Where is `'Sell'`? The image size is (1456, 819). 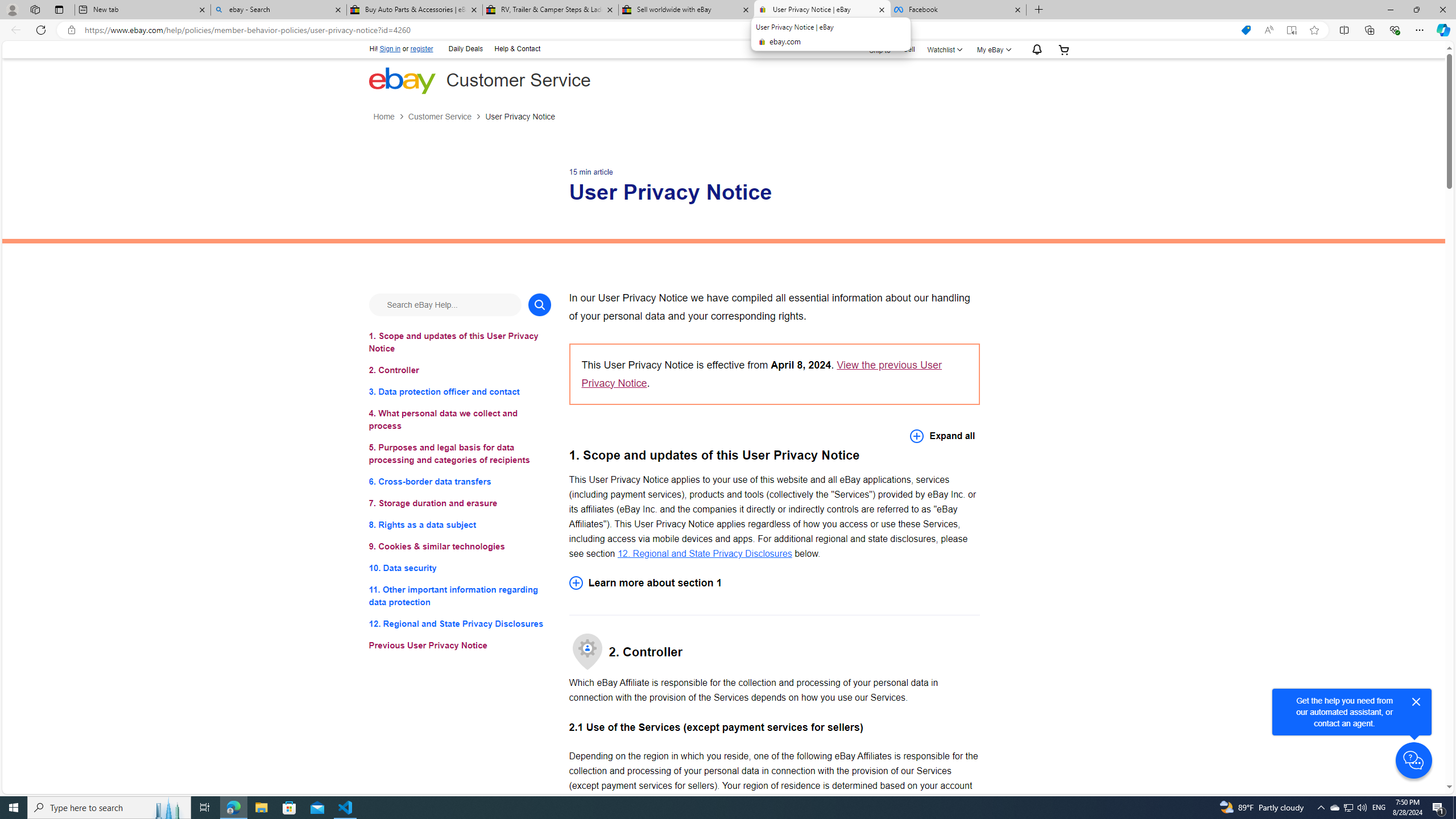
'Sell' is located at coordinates (908, 48).